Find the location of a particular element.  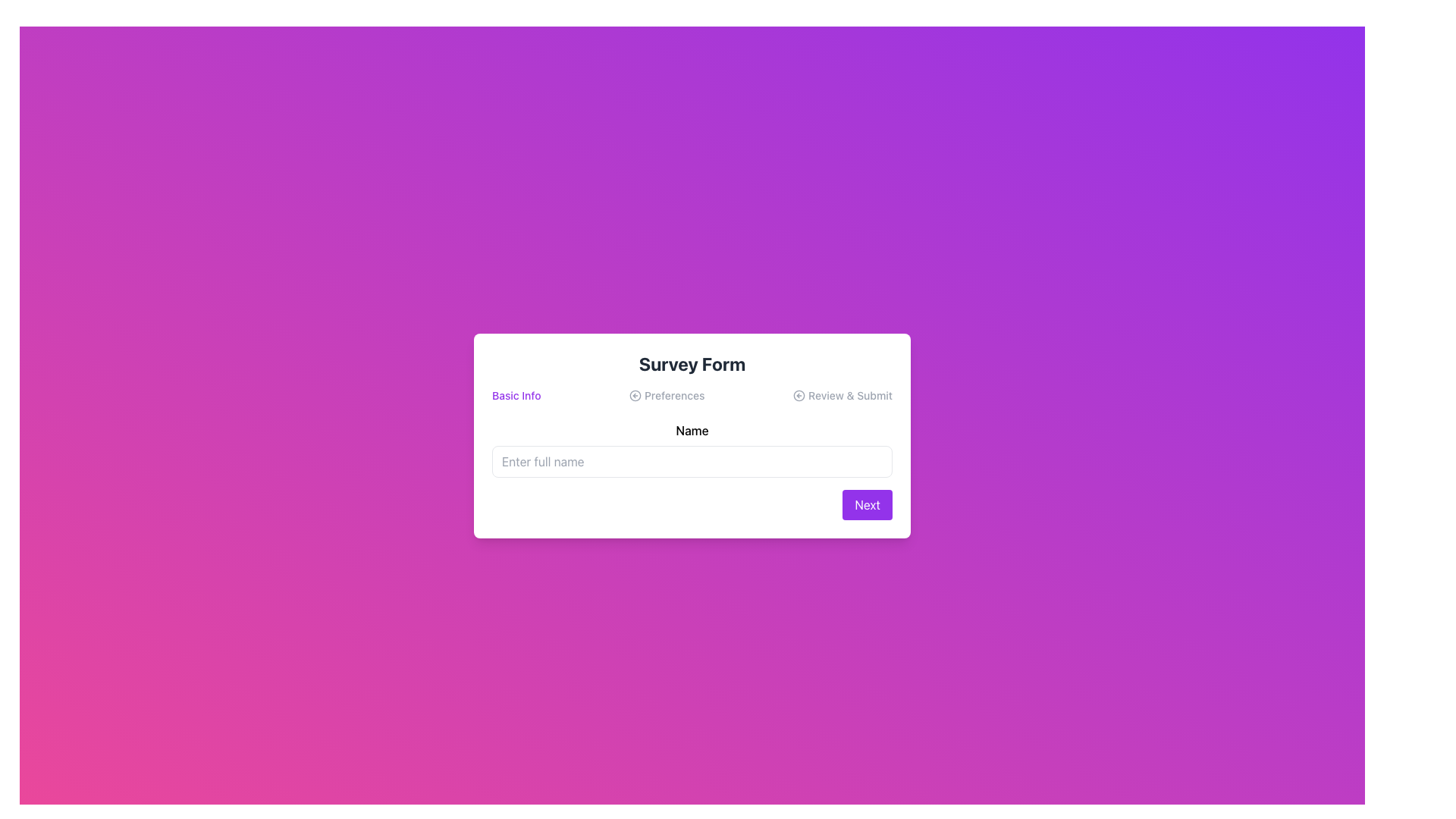

the 'Preferences' navigation label with a left arrow icon in the survey form modal is located at coordinates (667, 394).